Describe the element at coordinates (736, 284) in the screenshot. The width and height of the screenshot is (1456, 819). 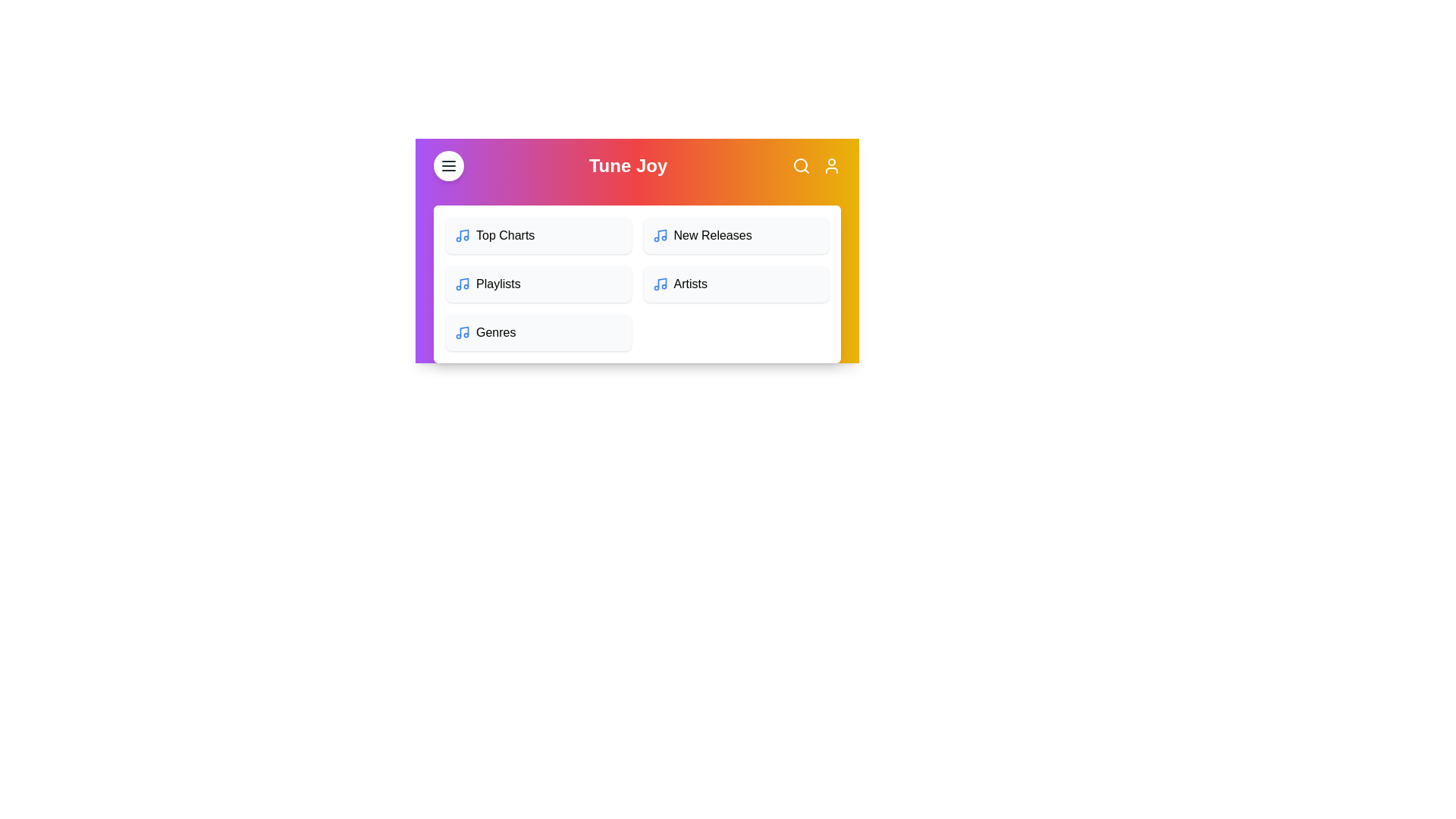
I see `the menu item Artists to navigate` at that location.